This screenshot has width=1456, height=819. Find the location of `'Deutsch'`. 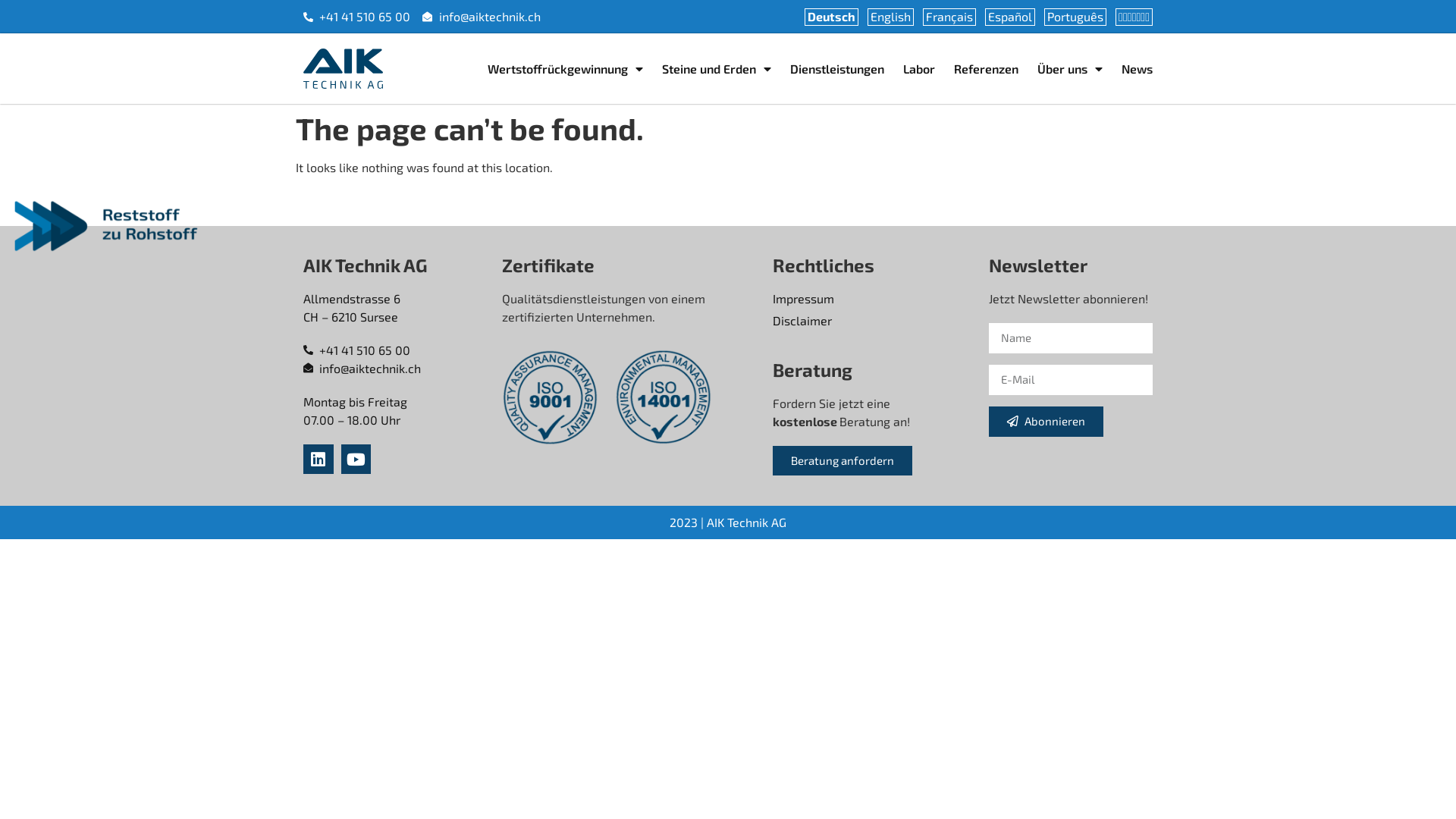

'Deutsch' is located at coordinates (830, 17).